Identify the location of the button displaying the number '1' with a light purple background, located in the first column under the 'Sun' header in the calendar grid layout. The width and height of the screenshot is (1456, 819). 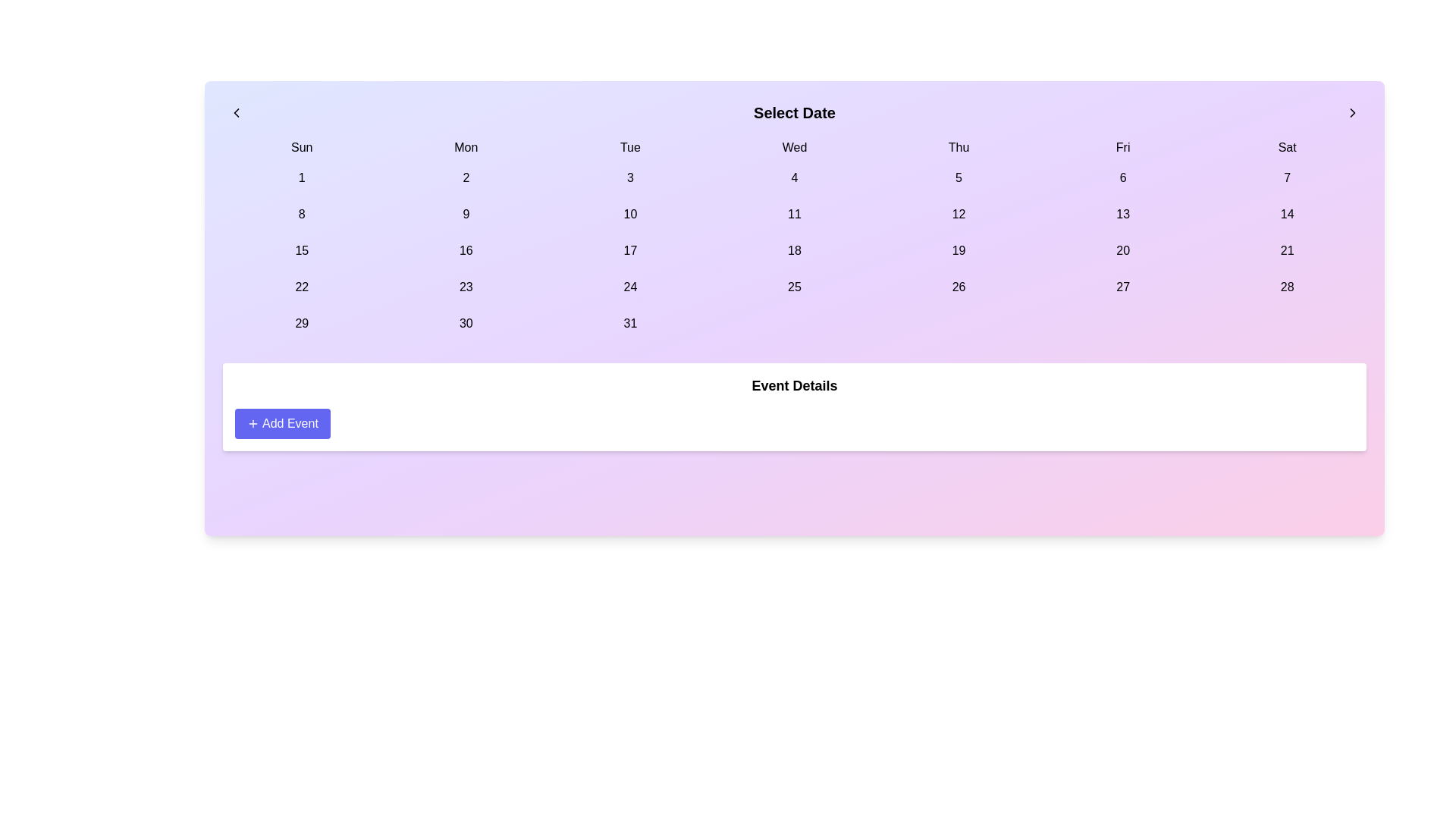
(302, 177).